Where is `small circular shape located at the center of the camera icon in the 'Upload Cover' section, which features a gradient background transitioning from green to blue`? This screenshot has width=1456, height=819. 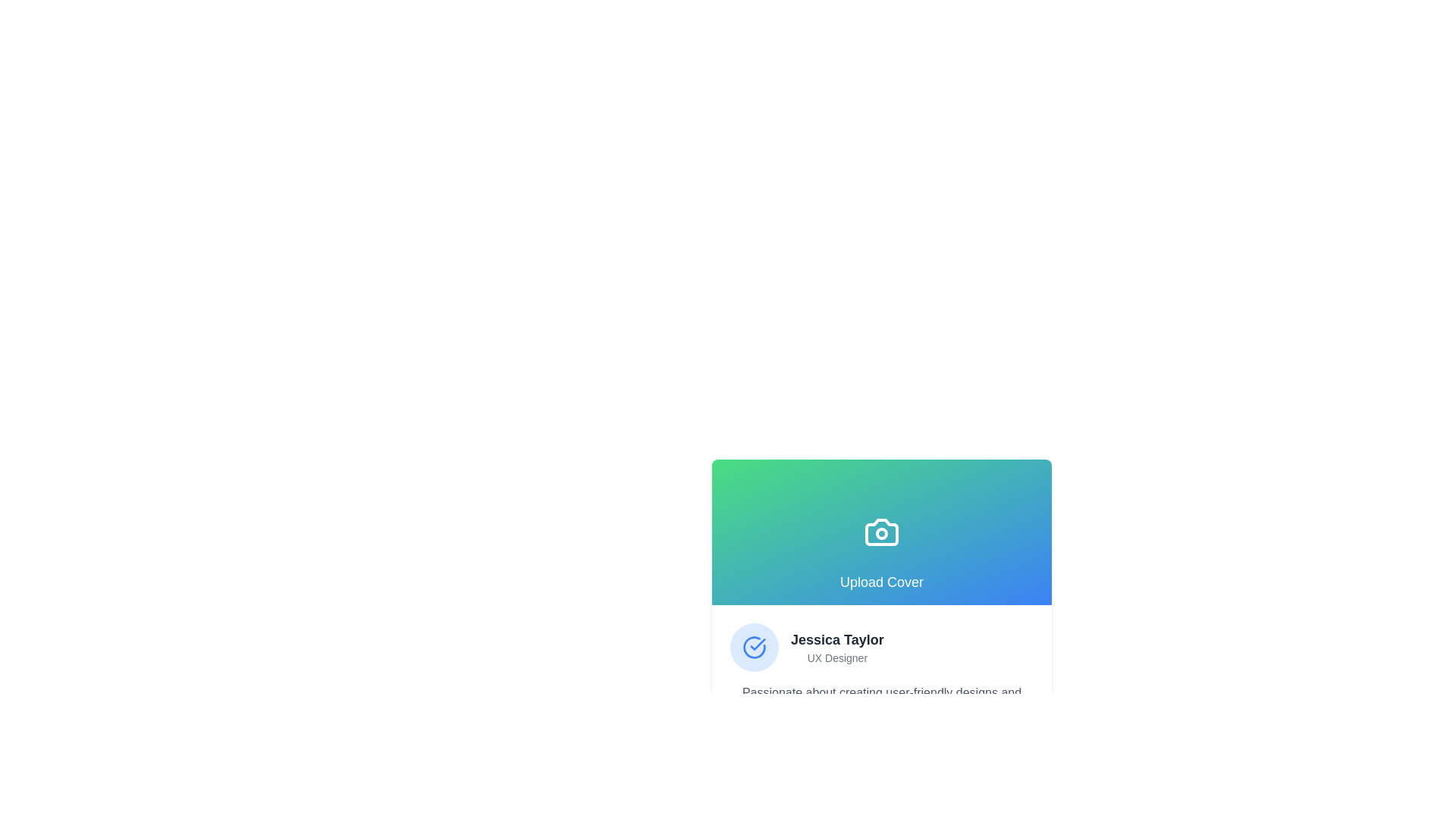
small circular shape located at the center of the camera icon in the 'Upload Cover' section, which features a gradient background transitioning from green to blue is located at coordinates (881, 533).